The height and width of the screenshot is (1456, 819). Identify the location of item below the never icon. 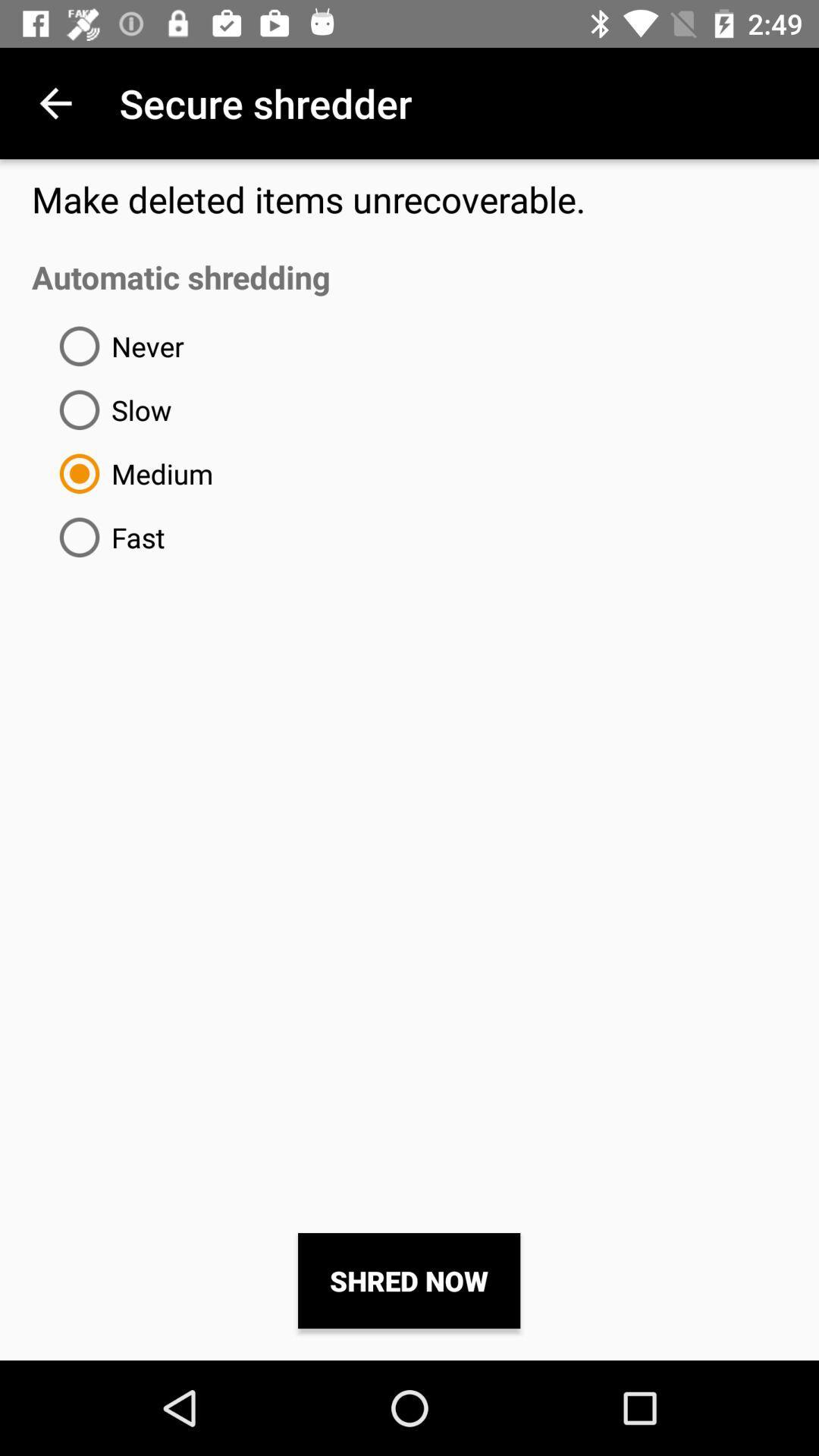
(108, 409).